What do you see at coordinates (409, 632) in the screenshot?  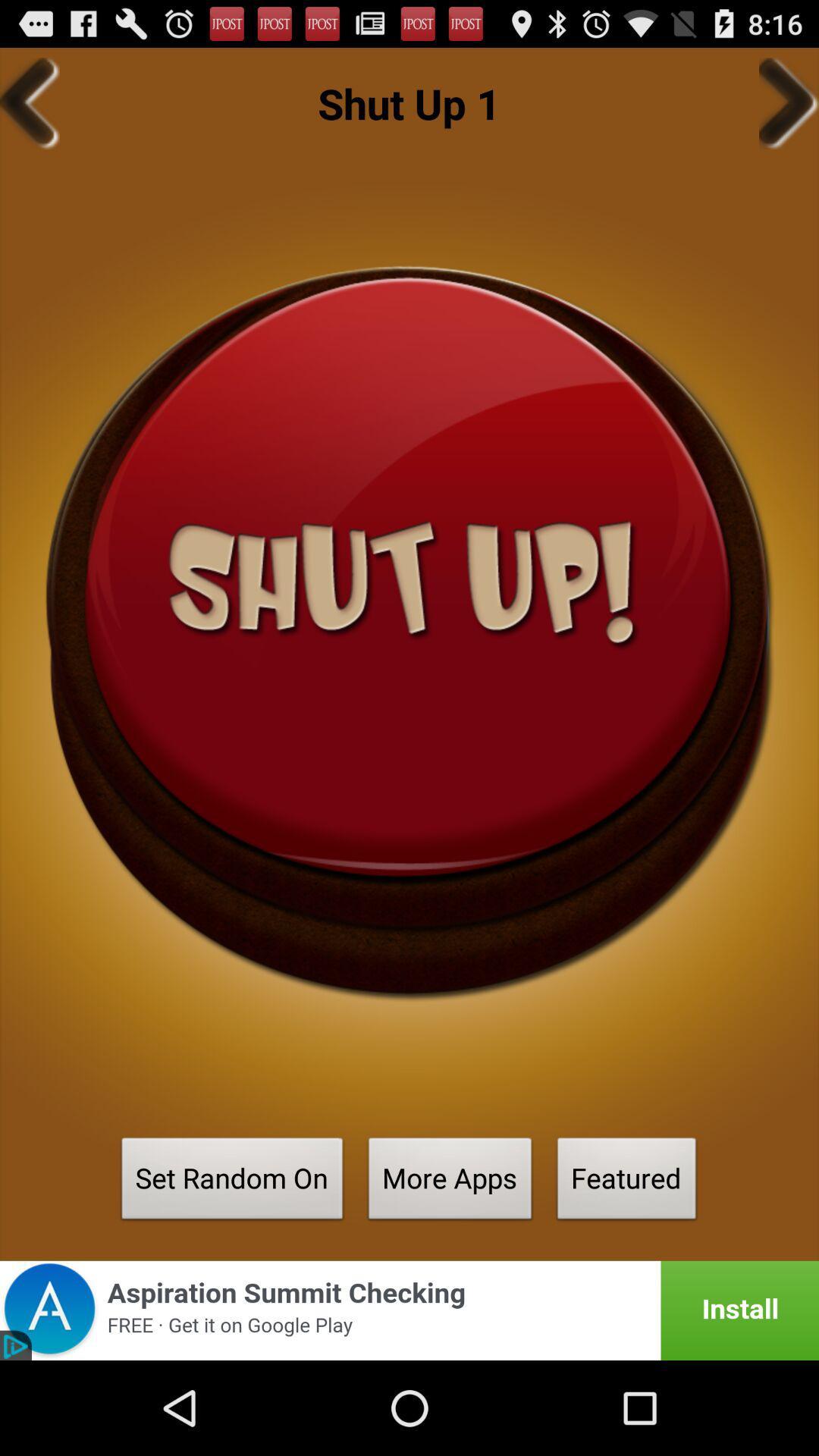 I see `tell people to shut up` at bounding box center [409, 632].